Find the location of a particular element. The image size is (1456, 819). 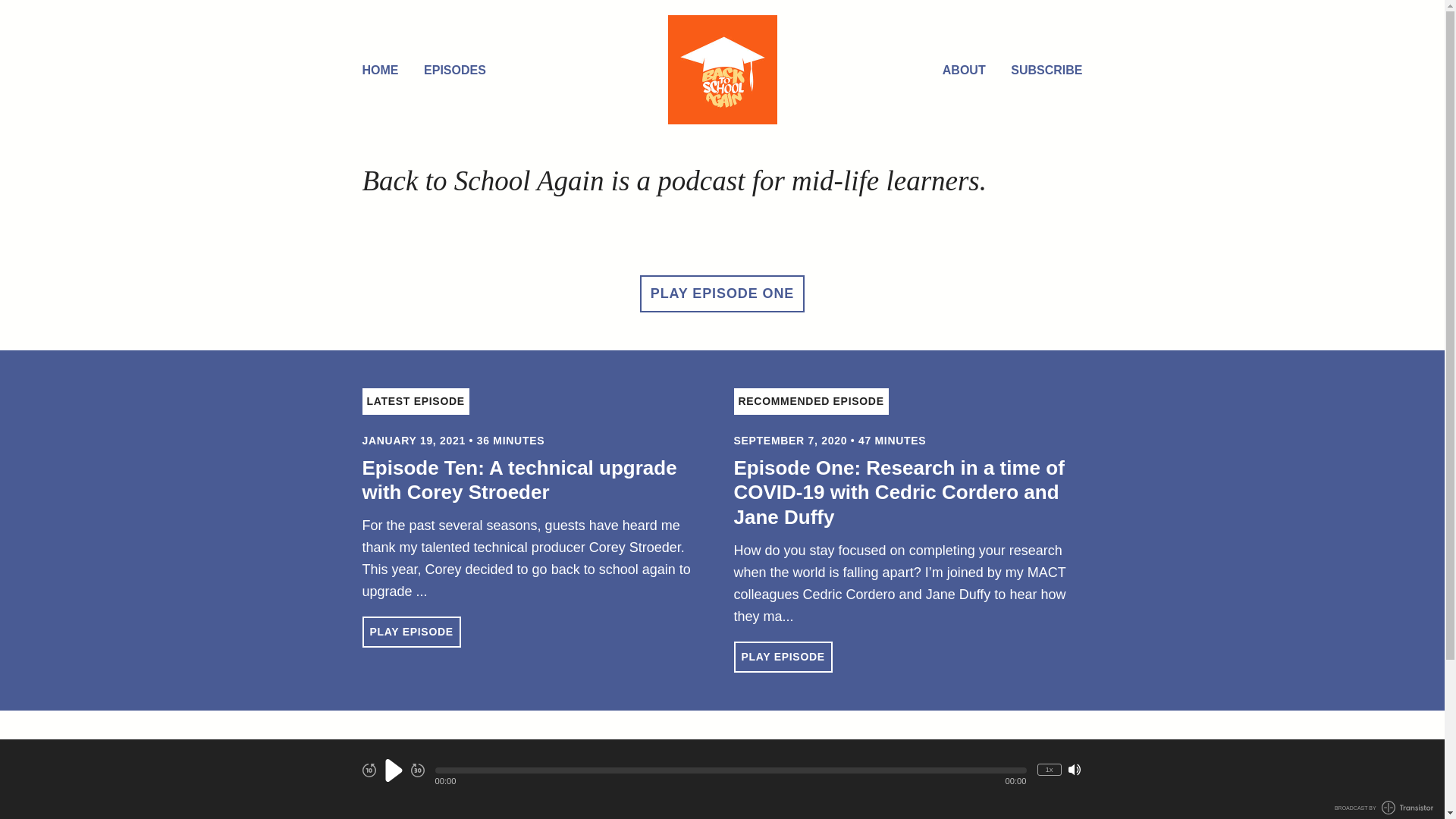

'Facebook' is located at coordinates (731, 778).